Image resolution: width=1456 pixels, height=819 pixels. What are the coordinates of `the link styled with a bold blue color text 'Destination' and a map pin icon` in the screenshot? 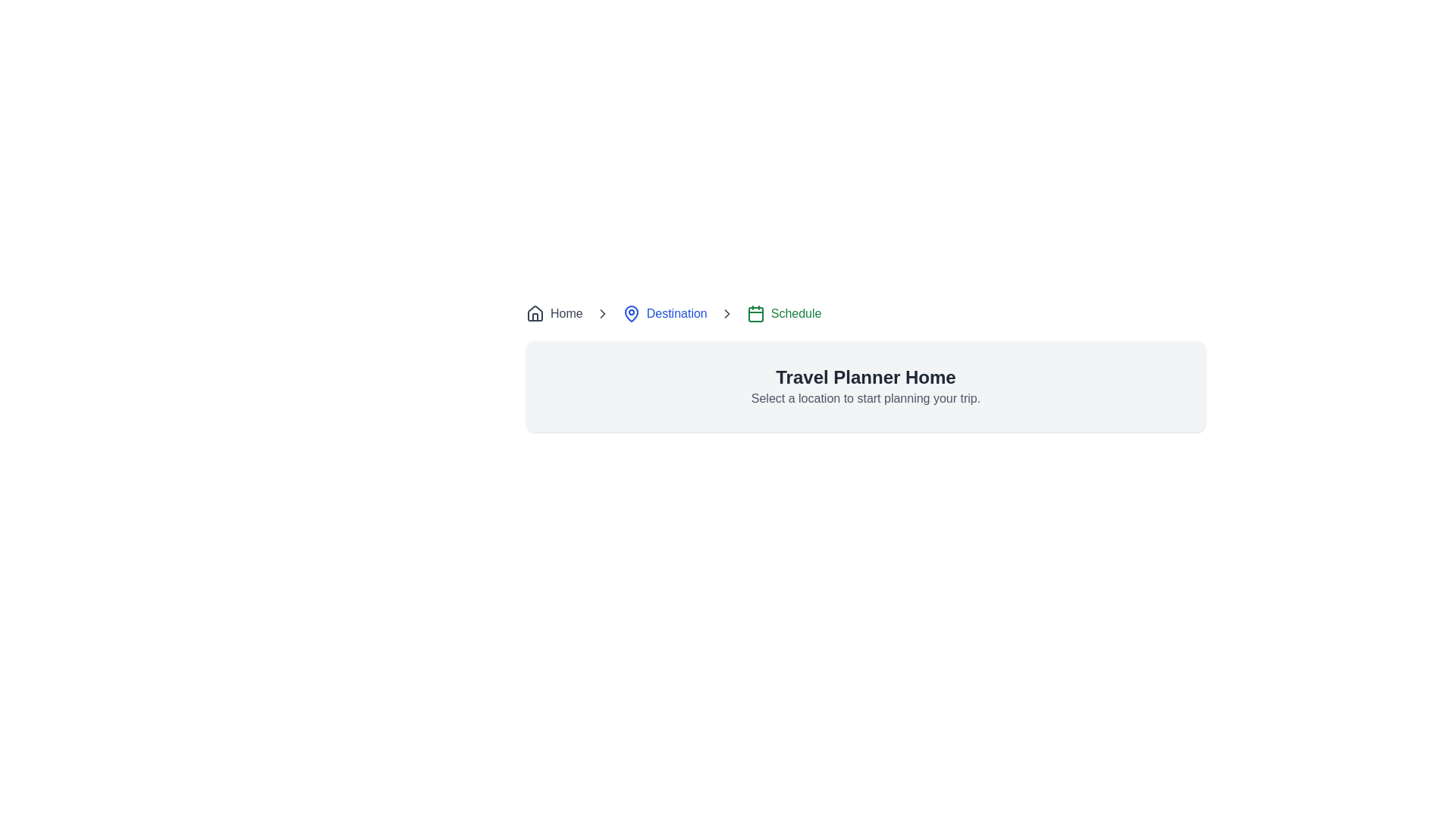 It's located at (664, 312).